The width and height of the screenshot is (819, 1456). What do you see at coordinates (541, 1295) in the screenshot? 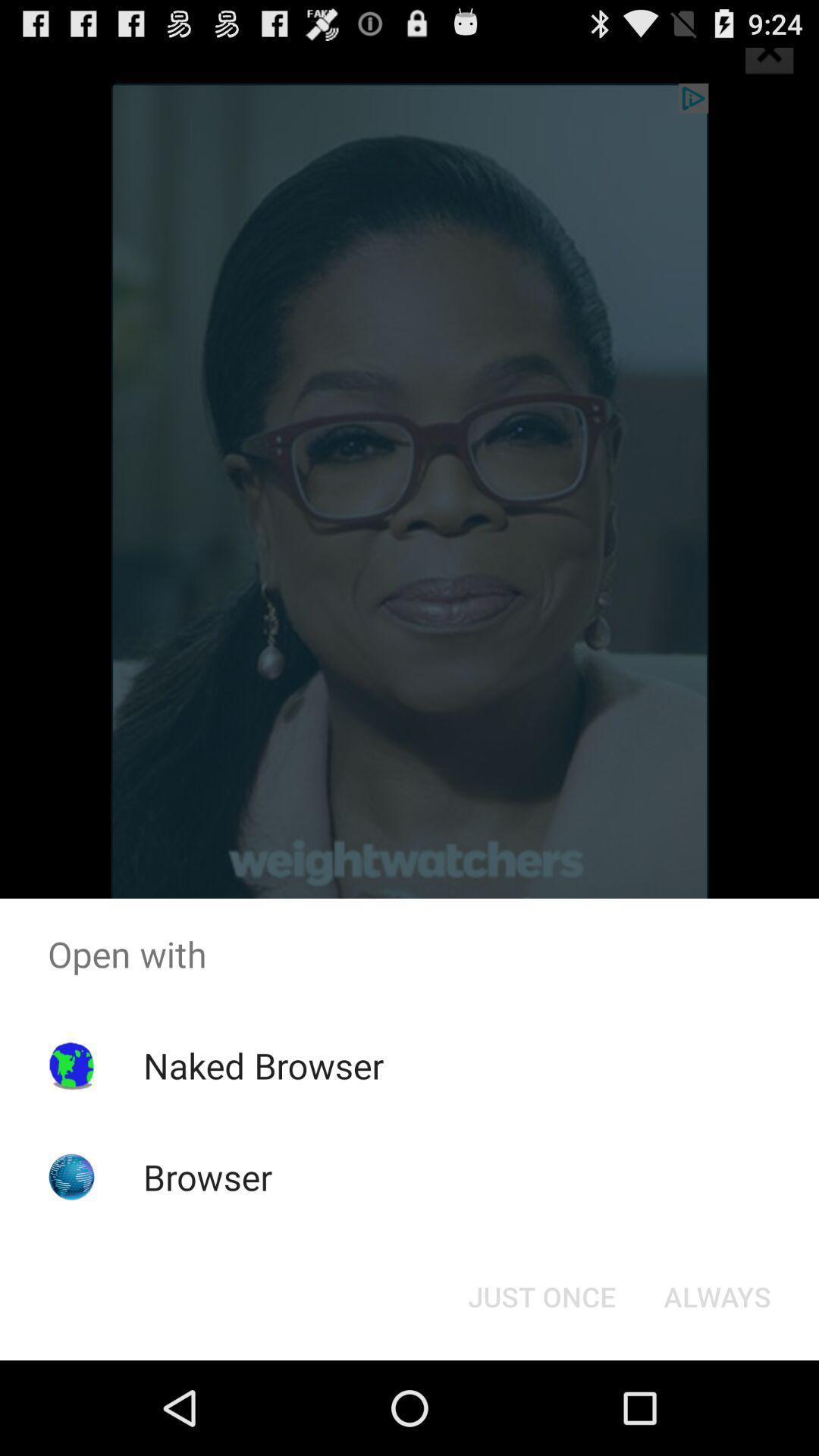
I see `the icon below open with item` at bounding box center [541, 1295].